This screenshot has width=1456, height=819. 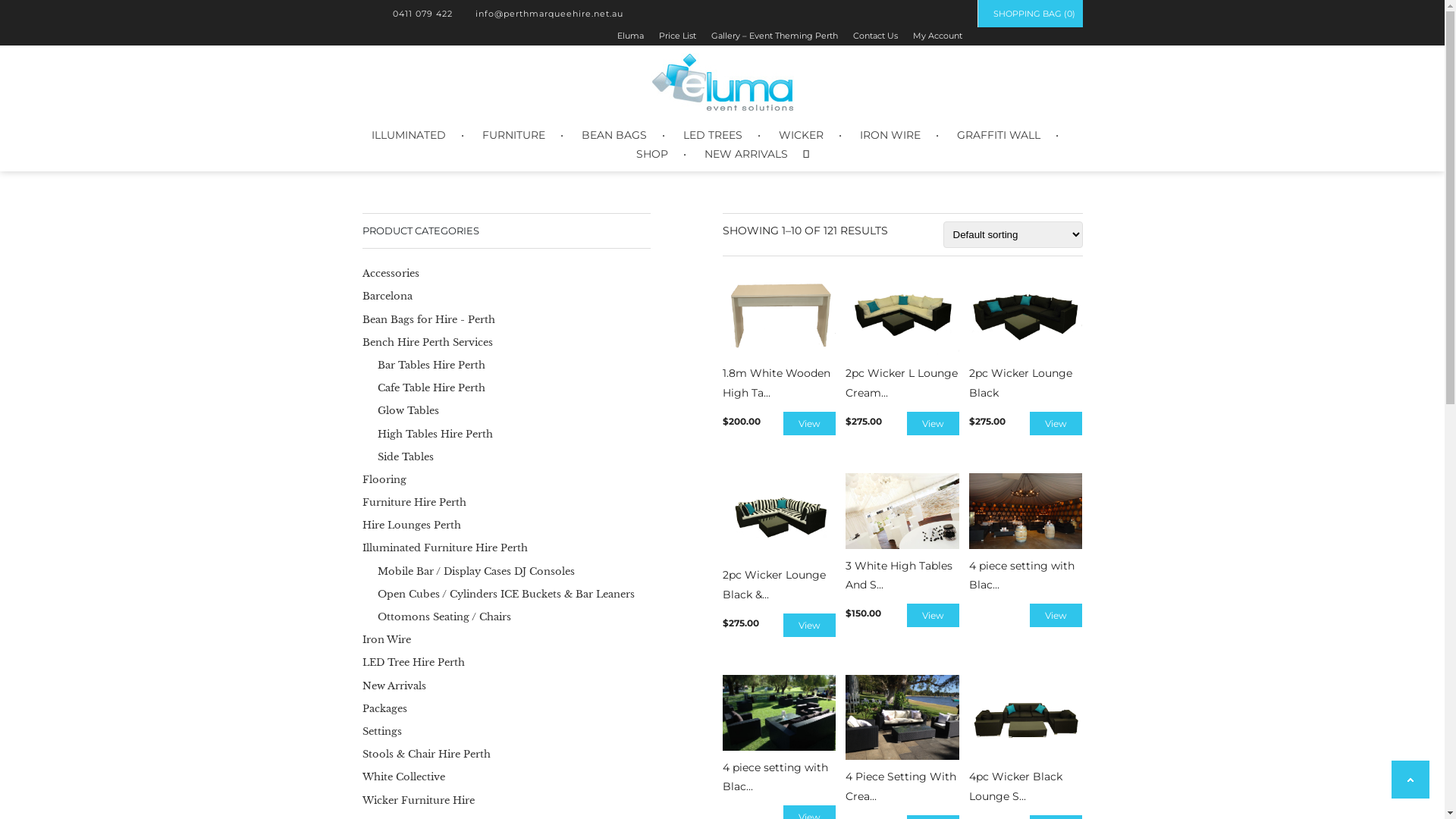 What do you see at coordinates (808, 423) in the screenshot?
I see `'View'` at bounding box center [808, 423].